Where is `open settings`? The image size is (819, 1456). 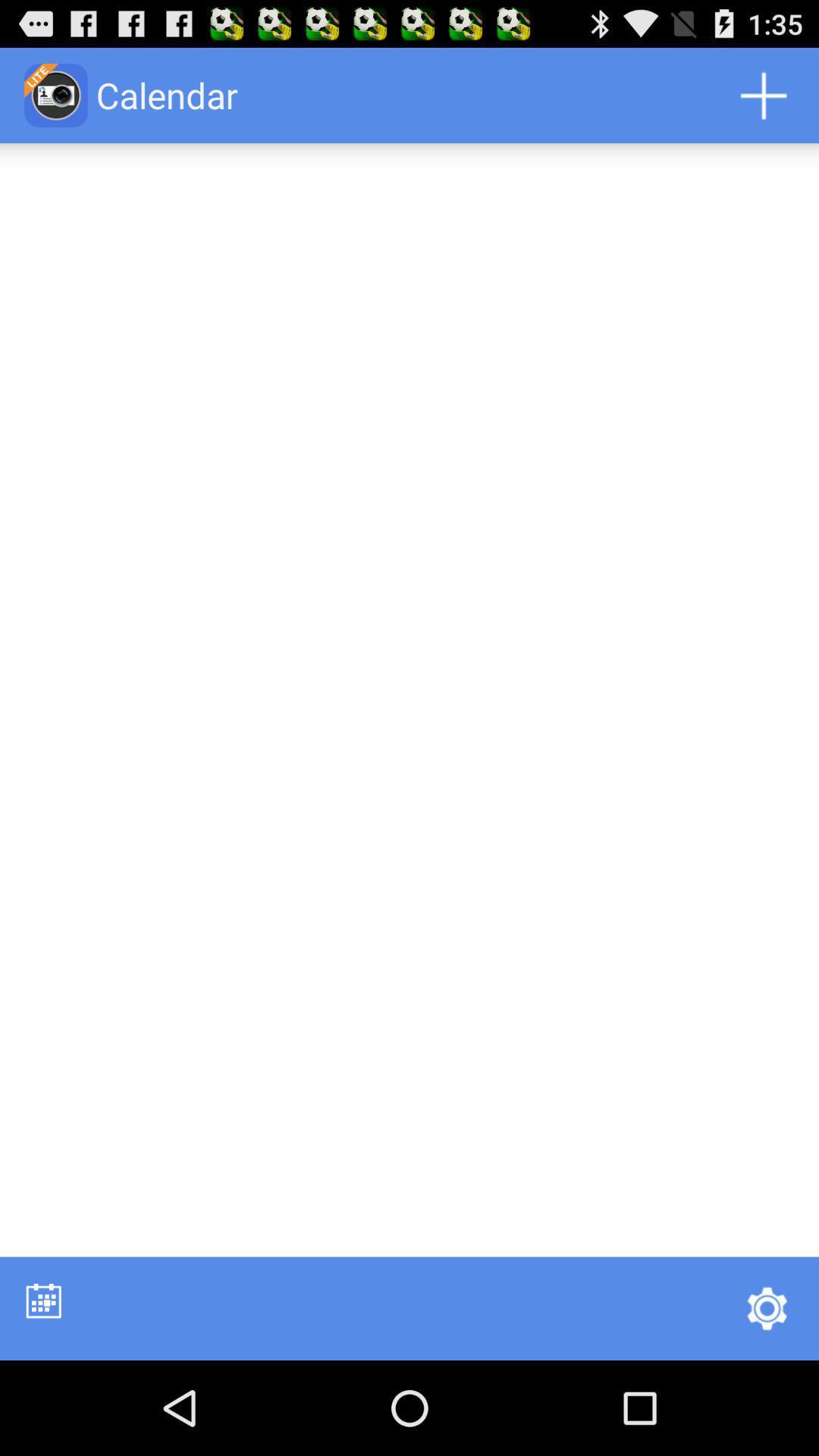 open settings is located at coordinates (767, 1307).